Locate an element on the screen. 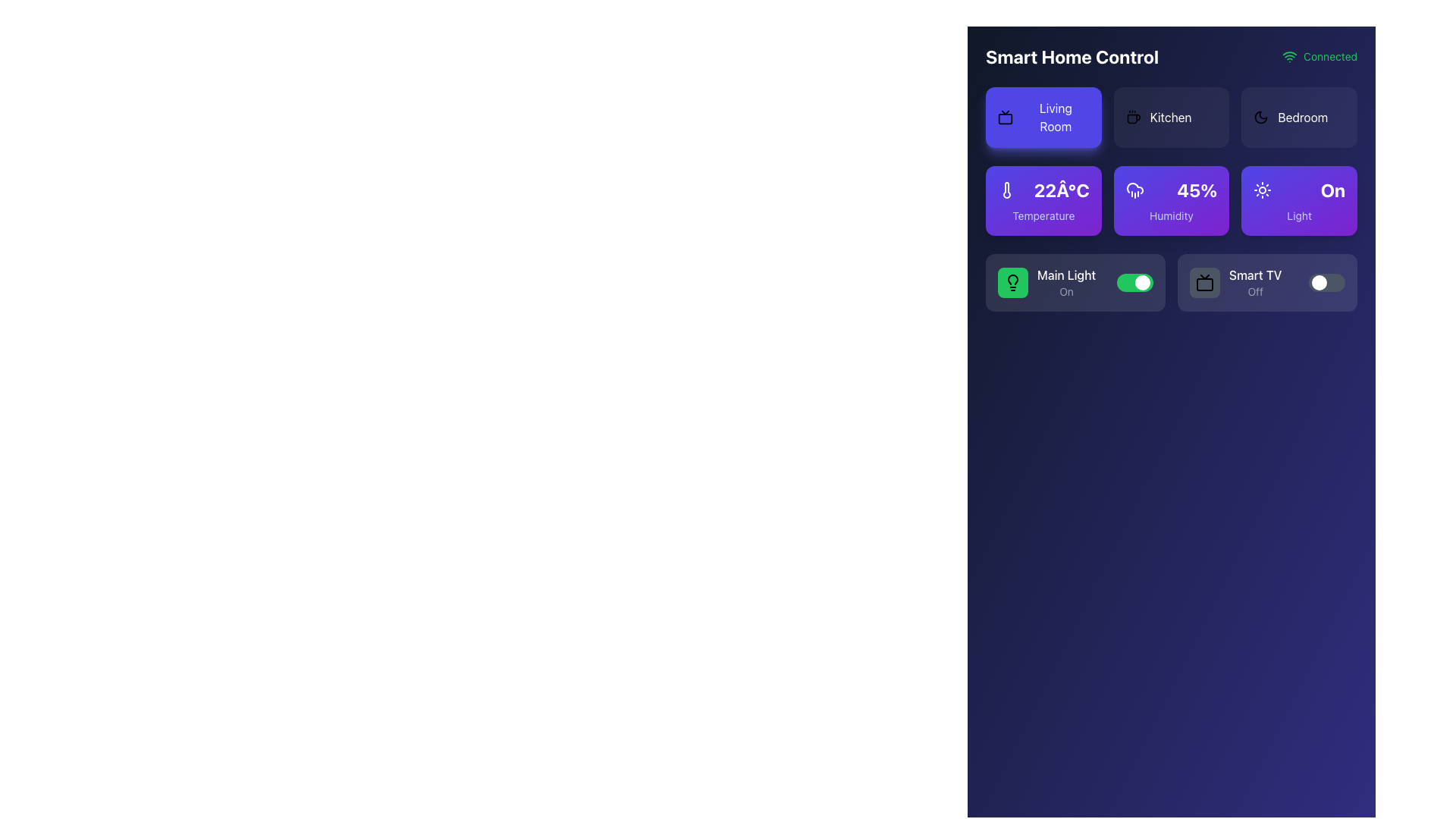 This screenshot has height=819, width=1456. the cloud icon with raindrops, which is located in the card labeled '45%' within the 'Smart Home Control' interface, positioned on the left side of the '45%' text is located at coordinates (1134, 189).